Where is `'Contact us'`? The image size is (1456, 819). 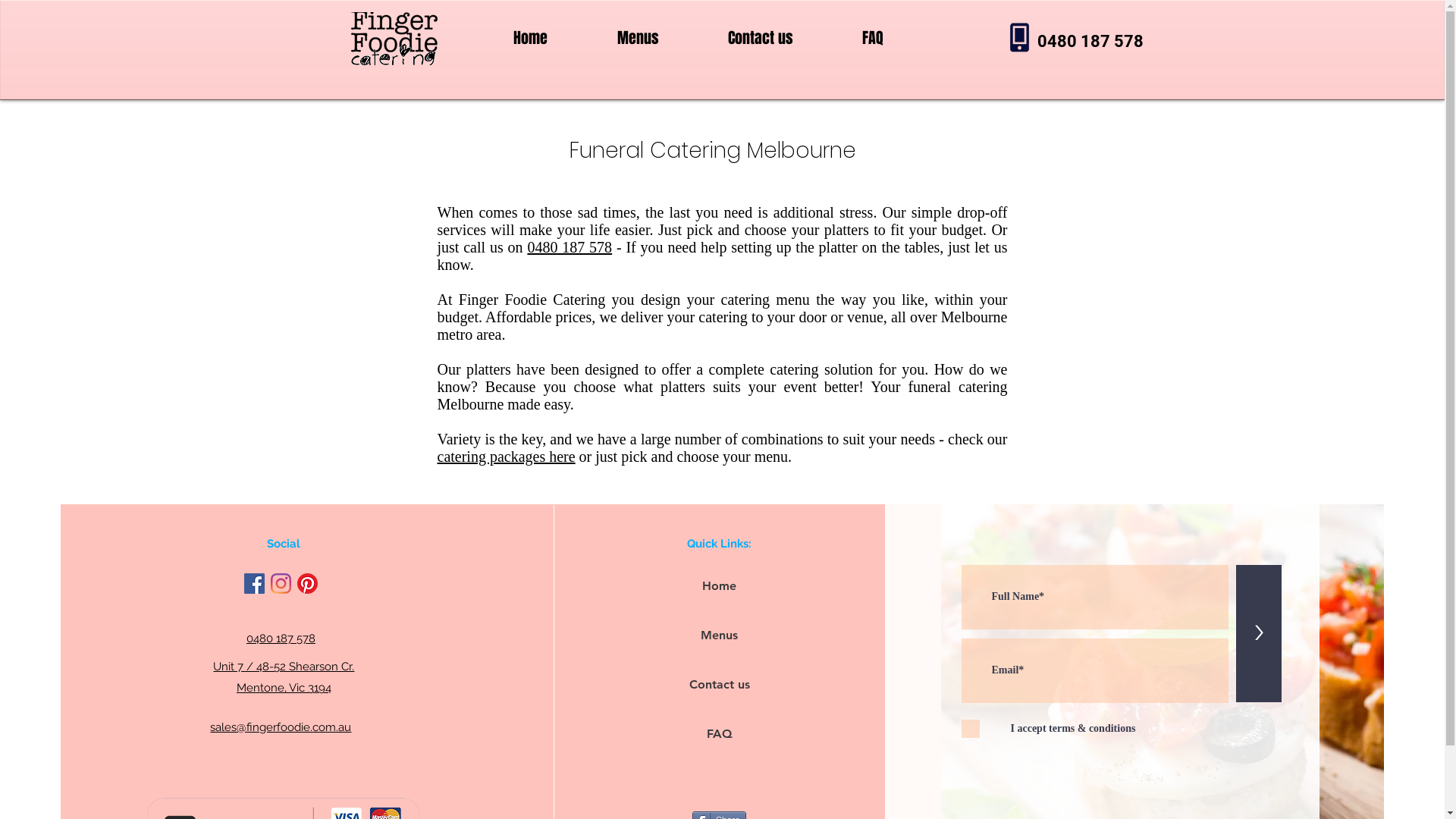 'Contact us' is located at coordinates (719, 684).